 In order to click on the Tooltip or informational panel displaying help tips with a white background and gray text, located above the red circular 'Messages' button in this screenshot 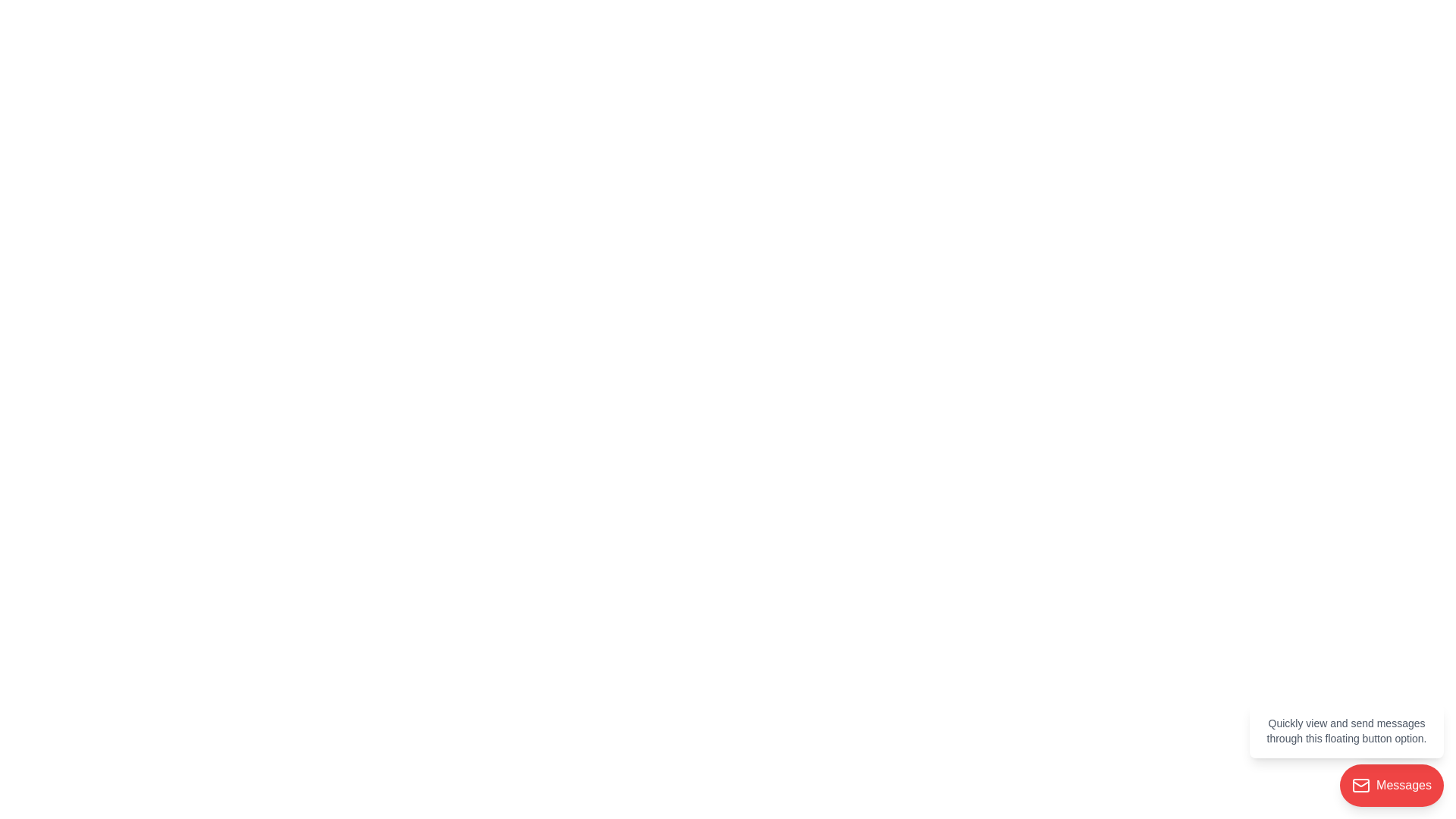, I will do `click(1347, 730)`.